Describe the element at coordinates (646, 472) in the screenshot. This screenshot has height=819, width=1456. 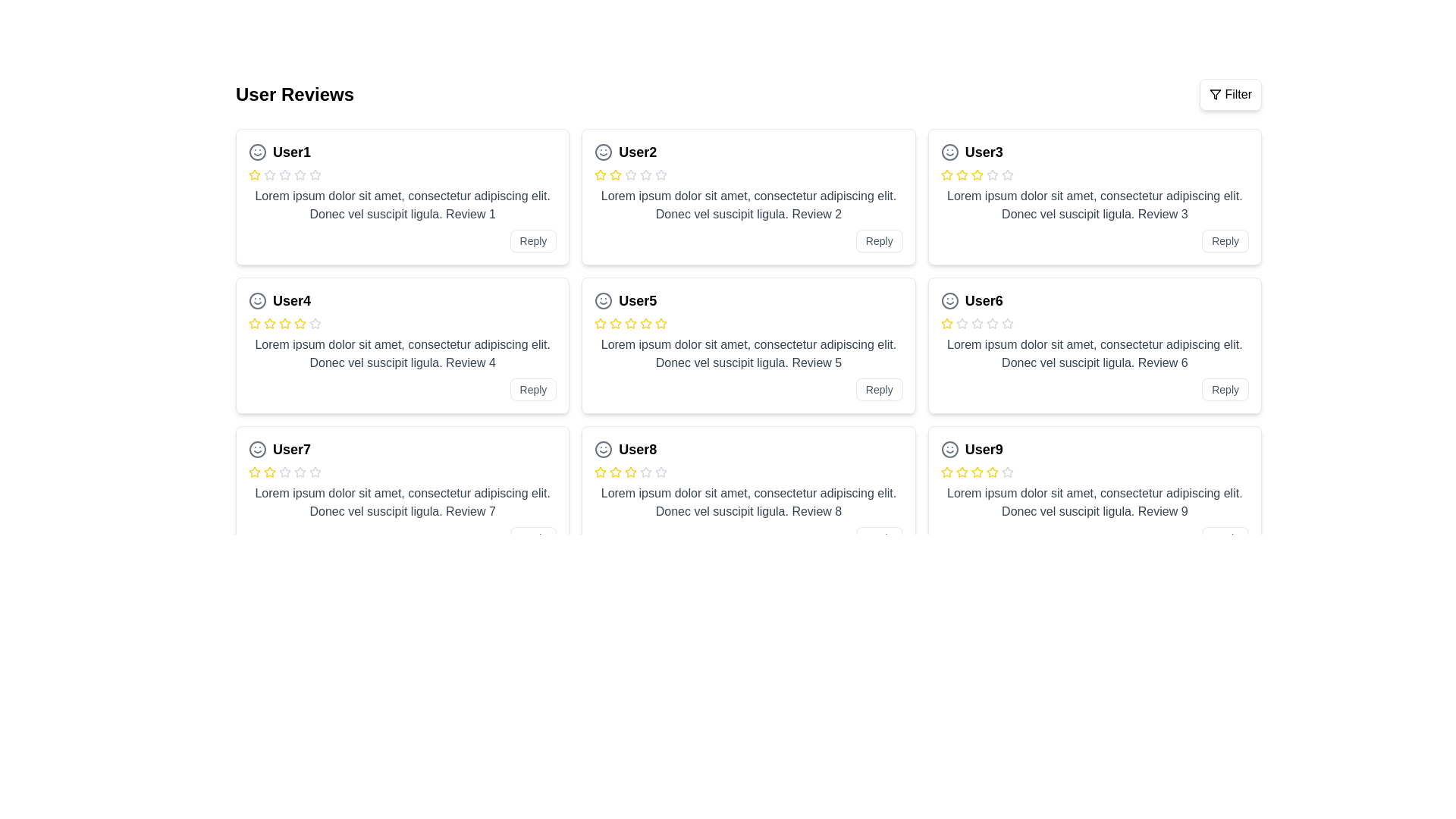
I see `the sixth star in the horizontal sequence of rating stars under the heading 'User8' in the review card grid` at that location.